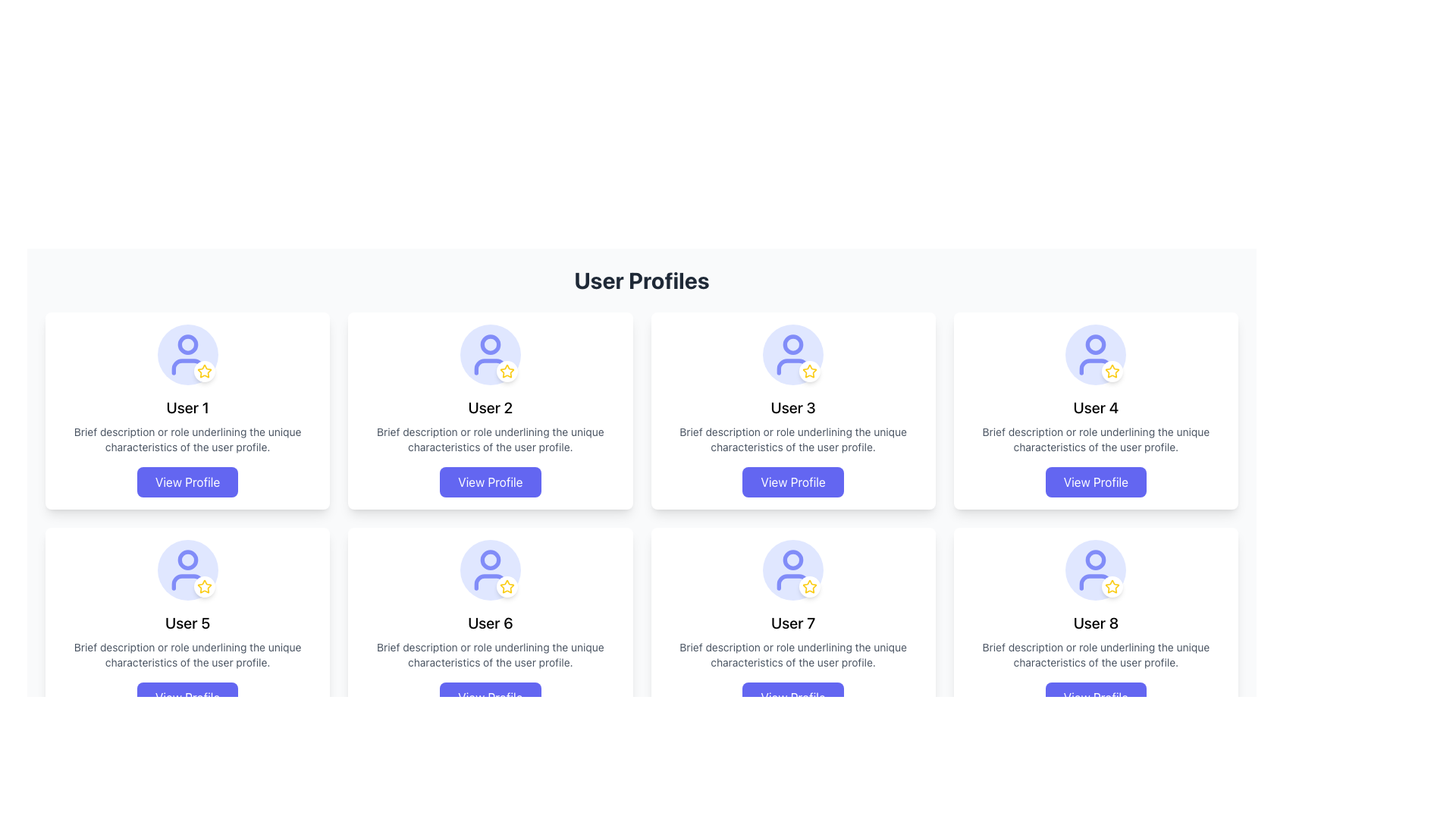 The image size is (1456, 819). What do you see at coordinates (490, 344) in the screenshot?
I see `the circular profile icon representing the head of the user silhouette for 'User 2'` at bounding box center [490, 344].